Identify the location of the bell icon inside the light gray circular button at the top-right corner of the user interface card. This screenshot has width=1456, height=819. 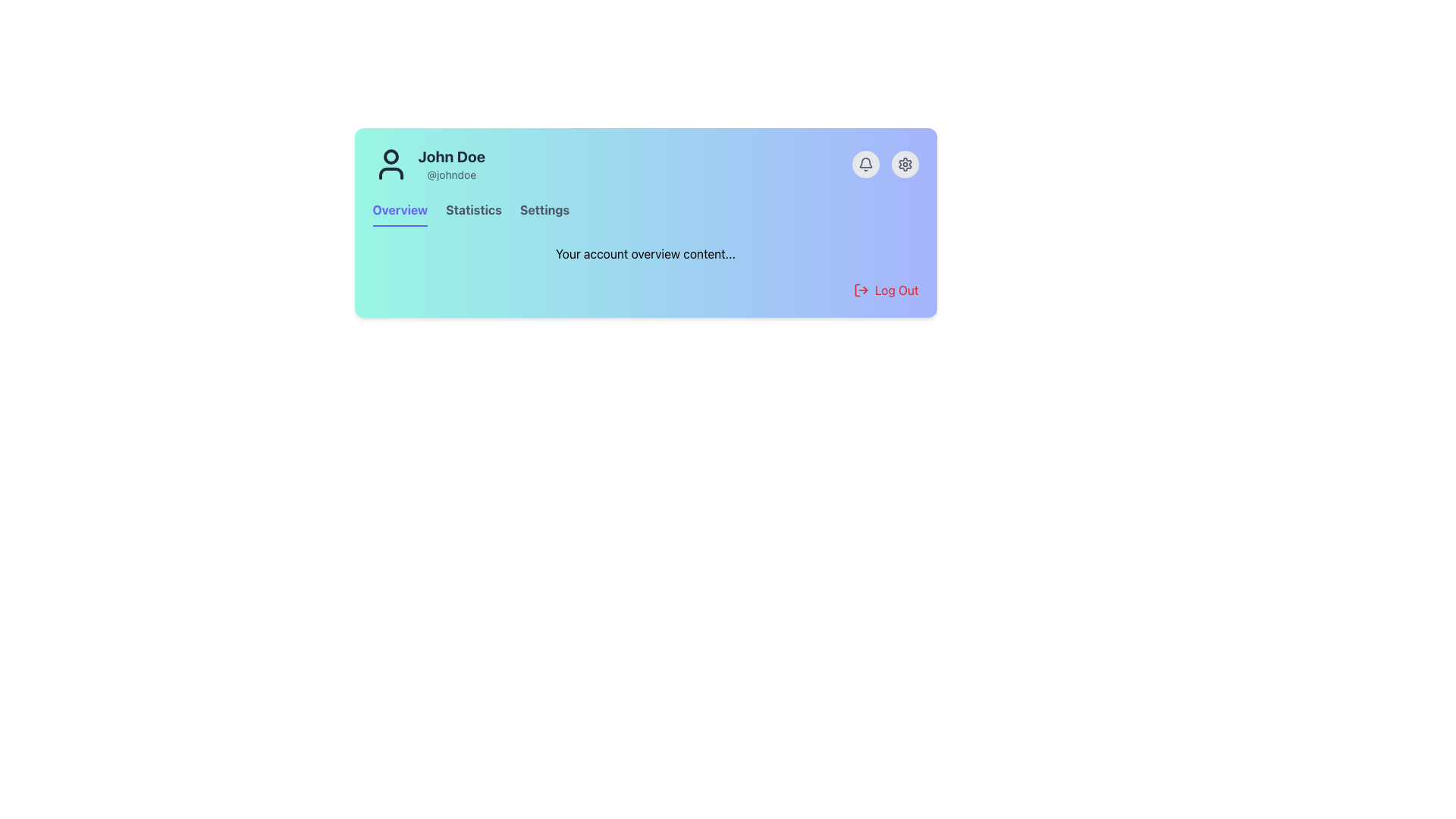
(865, 164).